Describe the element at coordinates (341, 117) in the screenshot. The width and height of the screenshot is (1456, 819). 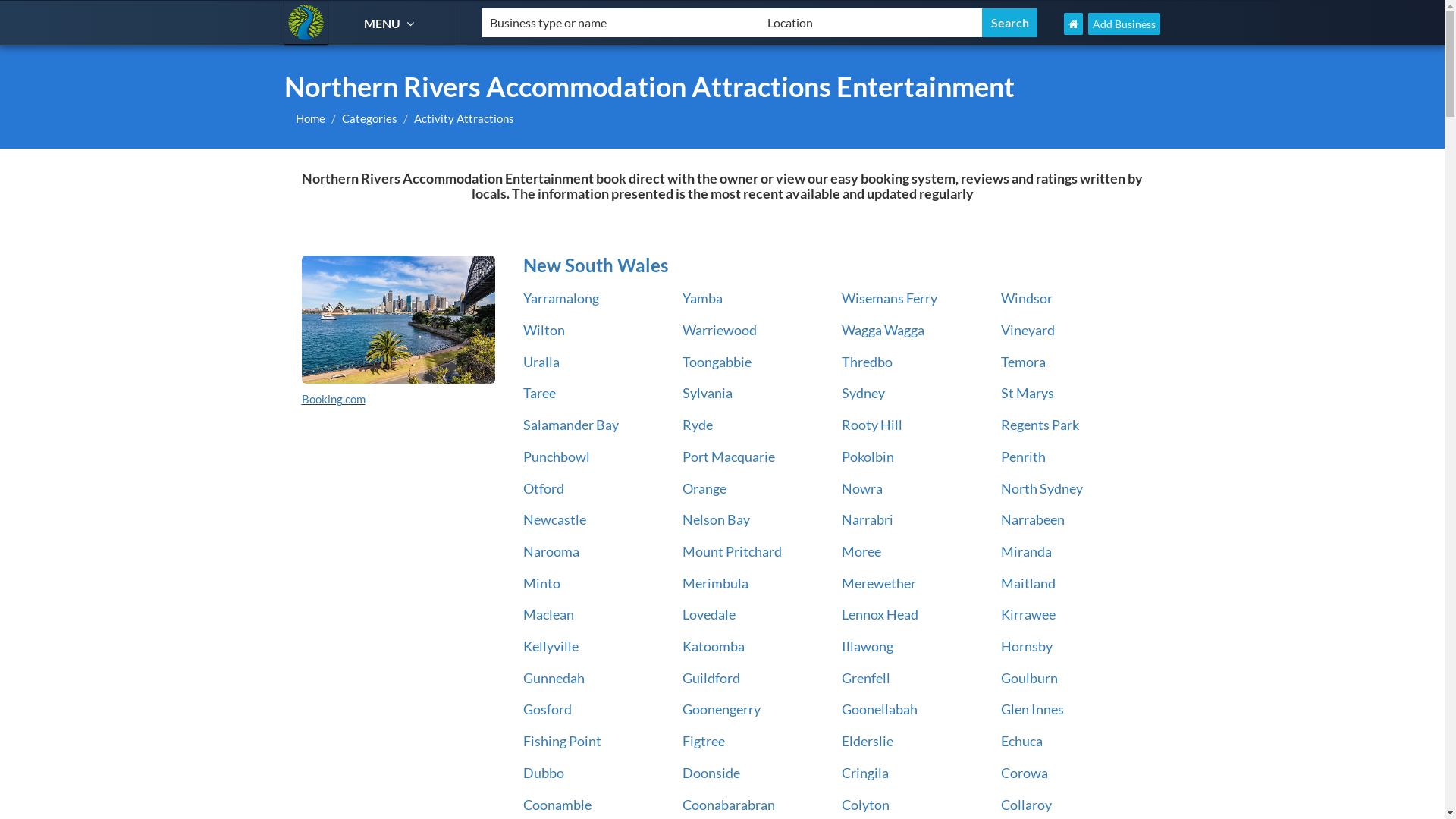
I see `'Categories'` at that location.